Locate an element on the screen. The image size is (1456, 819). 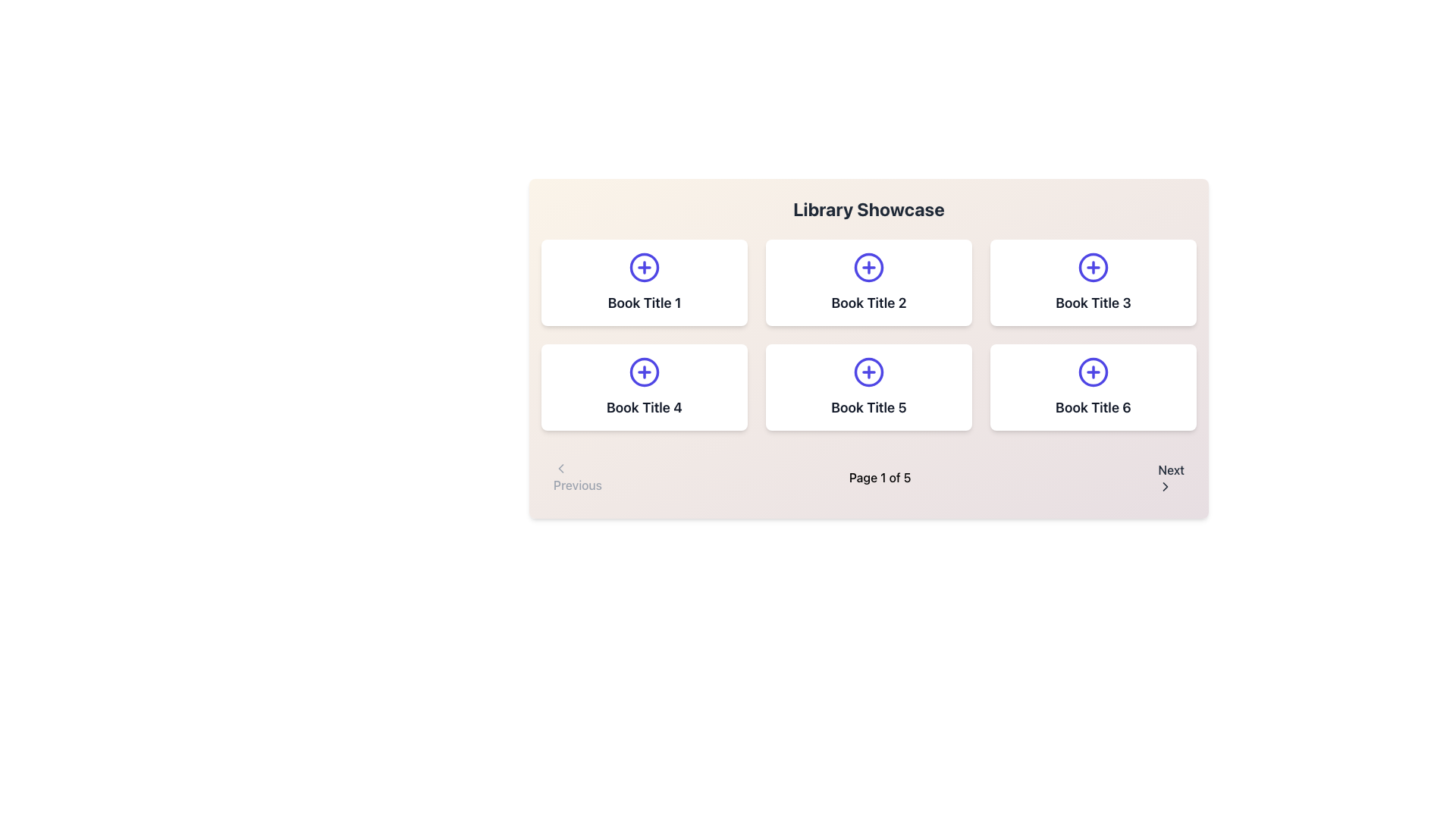
the circular icon with a blue plus sign located in the bottom-right card labeled 'Book Title 6' to interact is located at coordinates (1093, 372).